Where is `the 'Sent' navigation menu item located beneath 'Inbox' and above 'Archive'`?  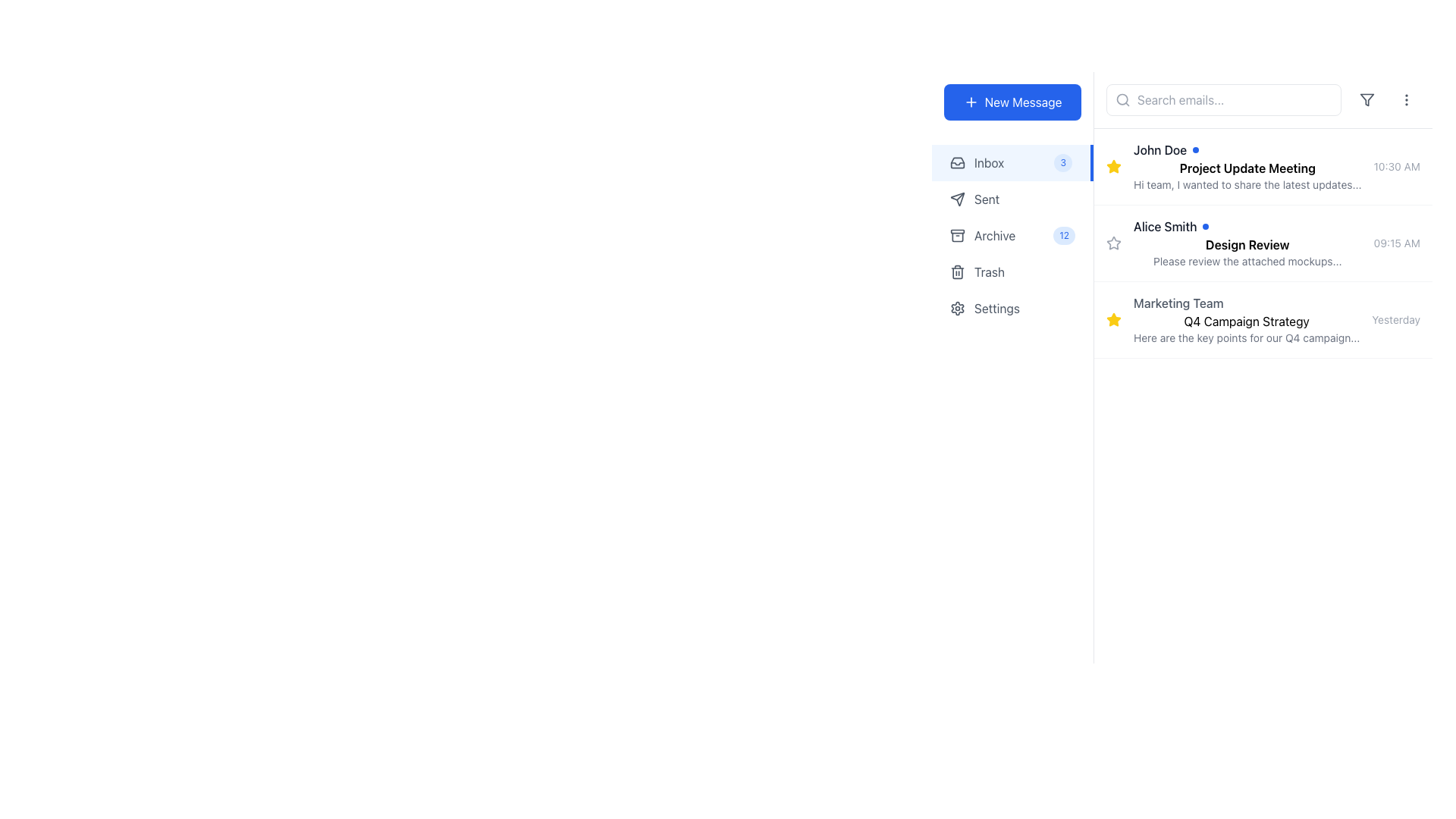
the 'Sent' navigation menu item located beneath 'Inbox' and above 'Archive' is located at coordinates (1012, 198).